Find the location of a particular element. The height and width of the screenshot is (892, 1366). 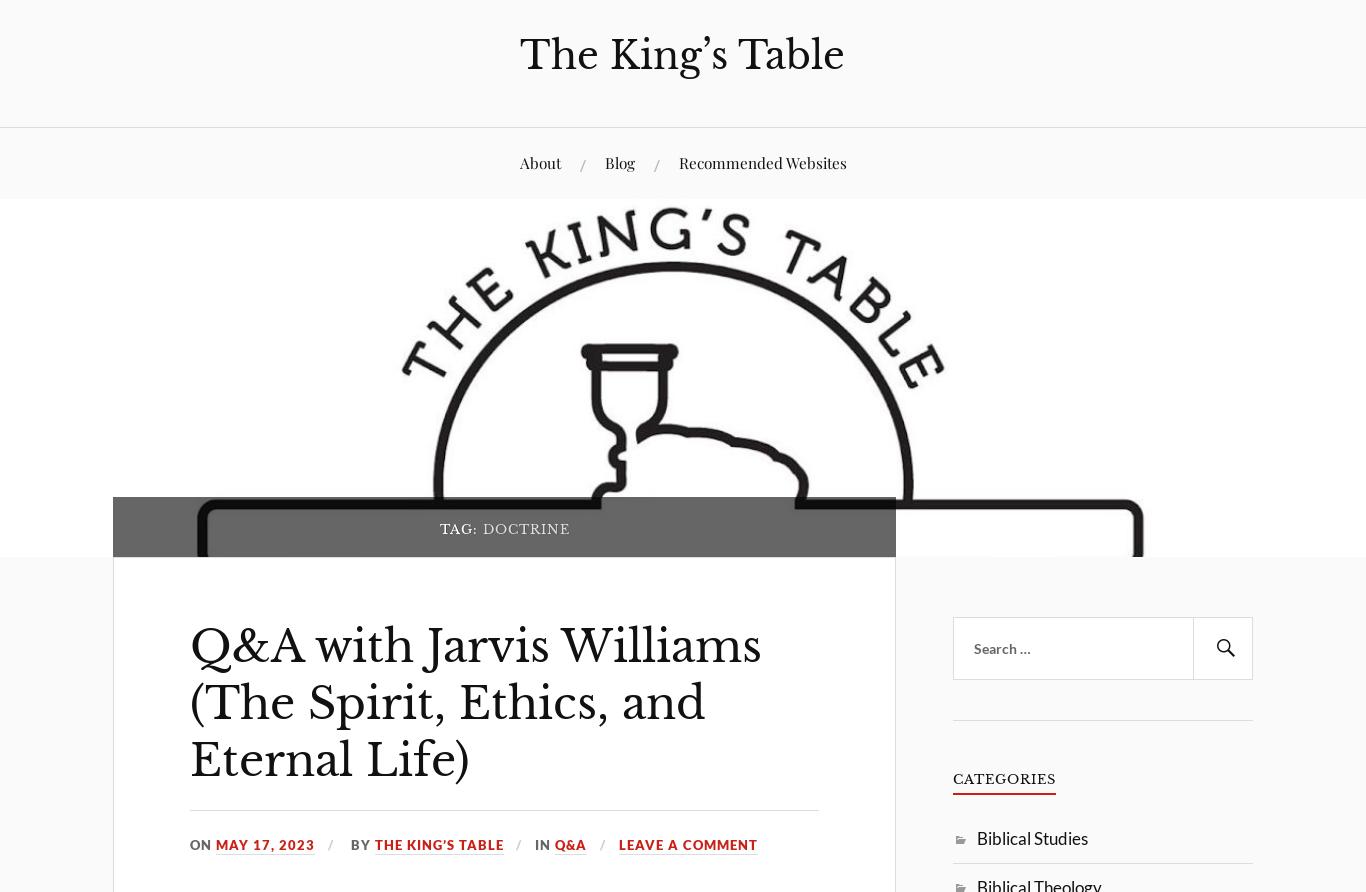

'On' is located at coordinates (201, 843).